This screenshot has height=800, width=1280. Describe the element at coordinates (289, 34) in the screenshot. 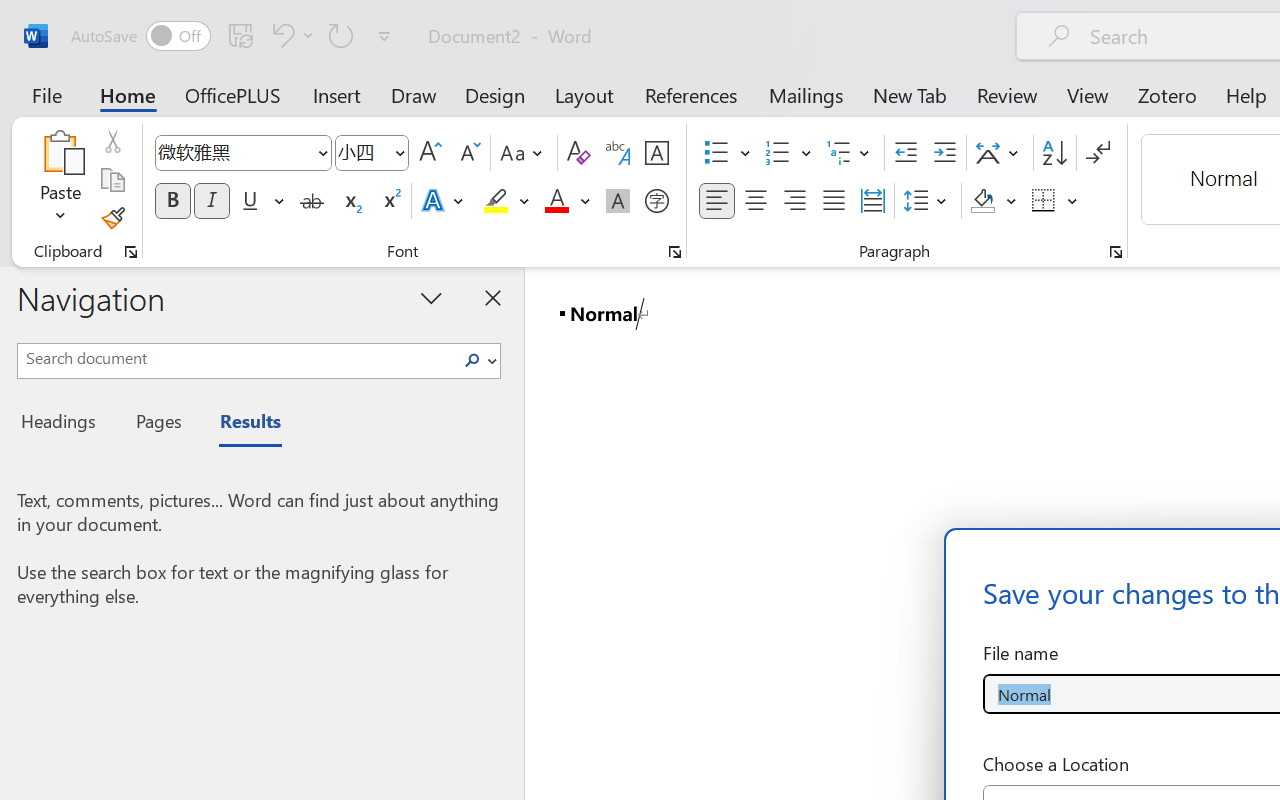

I see `'Undo Style'` at that location.